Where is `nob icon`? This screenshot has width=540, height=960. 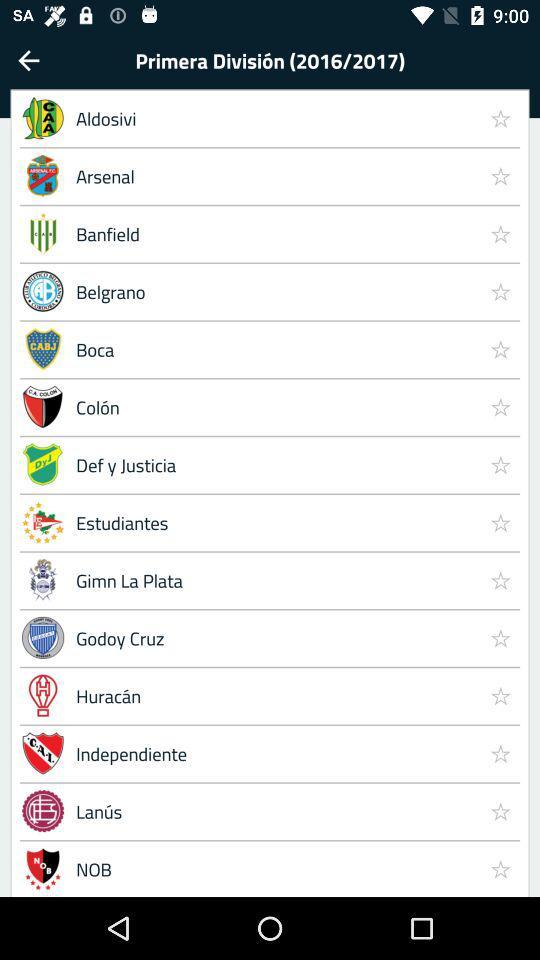 nob icon is located at coordinates (272, 867).